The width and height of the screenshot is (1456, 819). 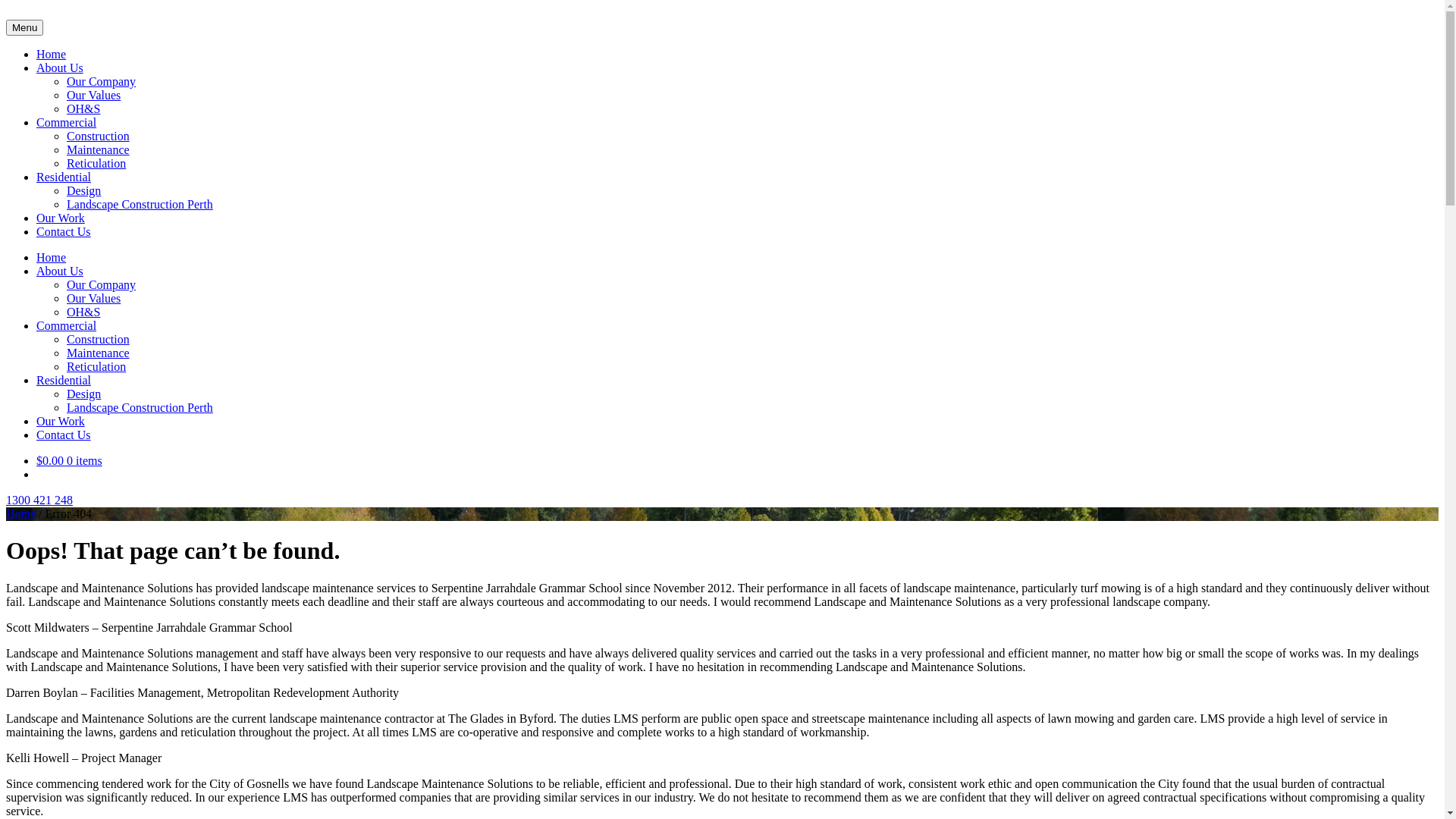 I want to click on 'Menu', so click(x=24, y=27).